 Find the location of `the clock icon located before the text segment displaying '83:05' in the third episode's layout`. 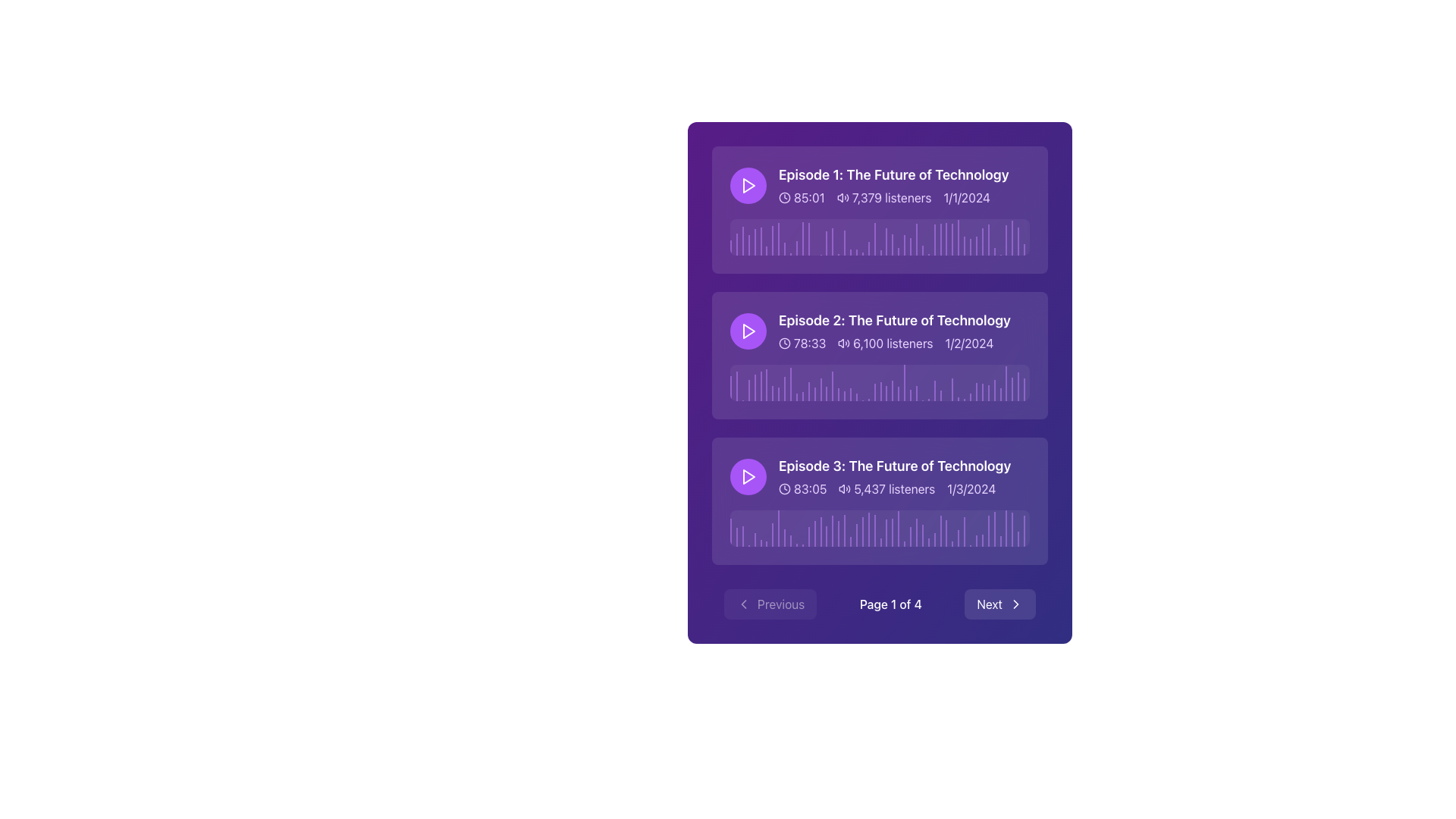

the clock icon located before the text segment displaying '83:05' in the third episode's layout is located at coordinates (785, 488).